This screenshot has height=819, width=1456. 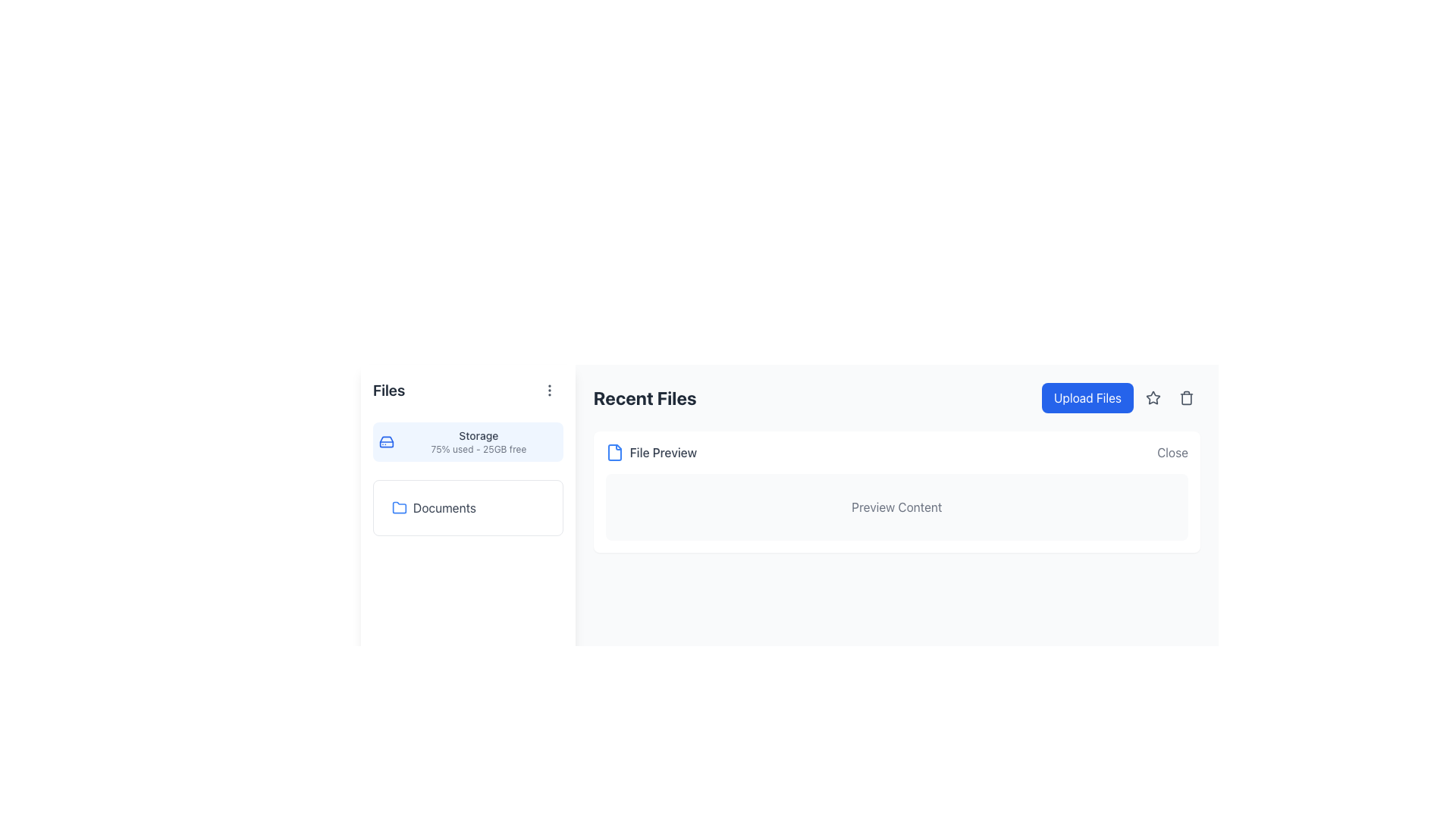 What do you see at coordinates (478, 449) in the screenshot?
I see `the text label that provides information about storage usage, located directly below the 'Storage' text in the 'Files' section` at bounding box center [478, 449].